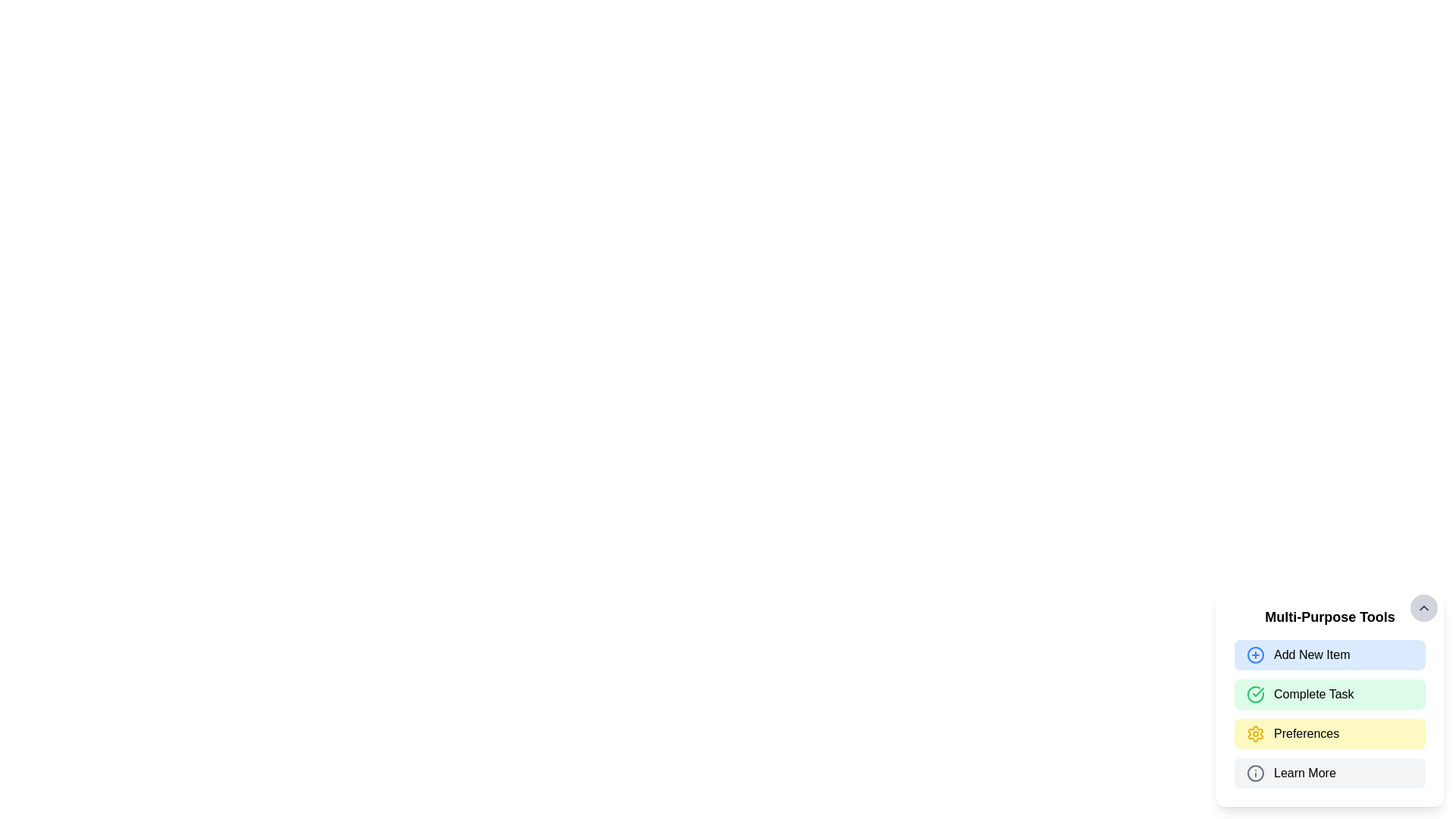  I want to click on the Text label that indicates the action to complete a task, which is positioned inside a green button in the 'Multi-Purpose Tools' section, as the second item below 'Add New Item', so click(1313, 694).